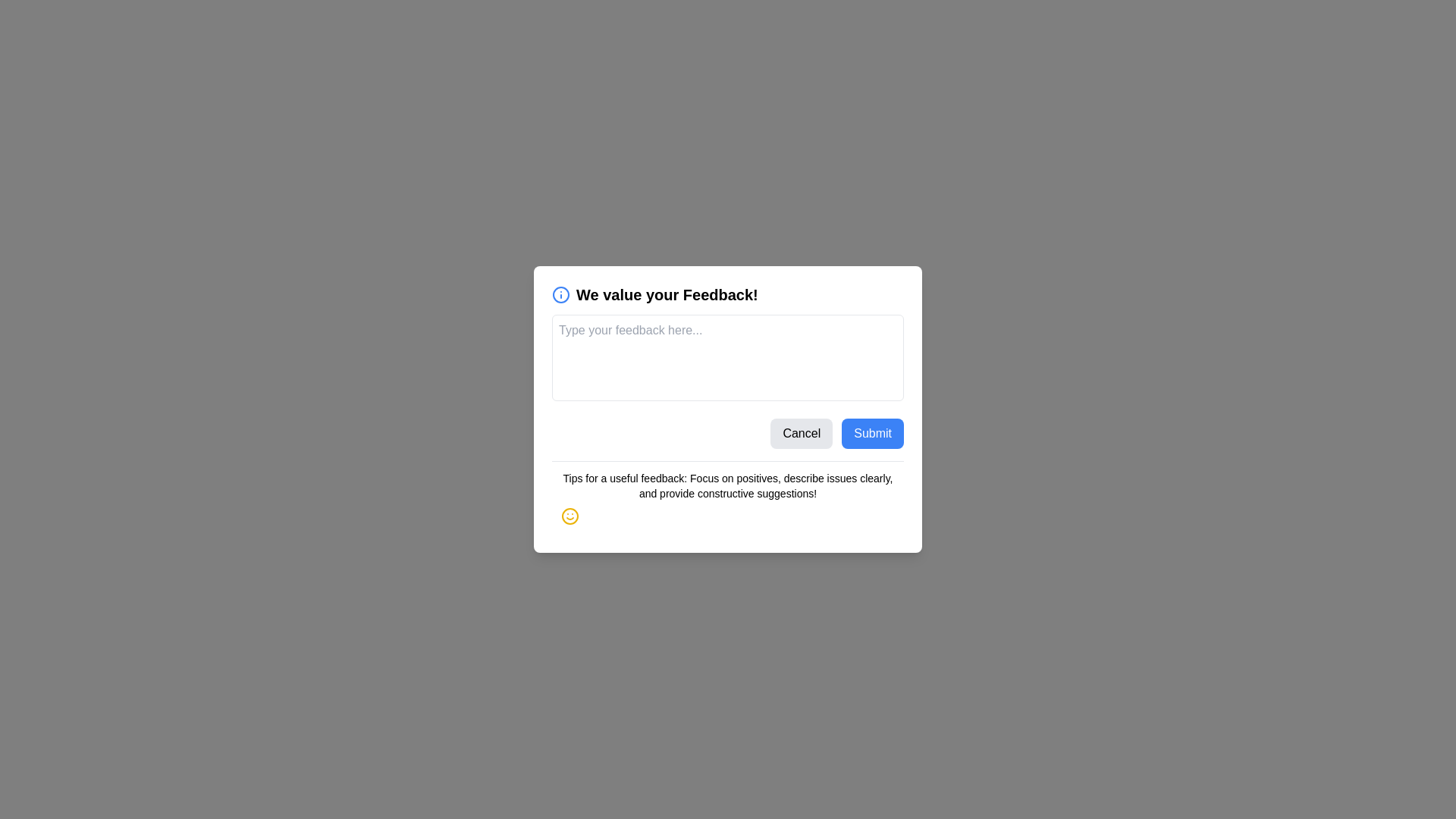 The image size is (1456, 819). I want to click on the 'Cancel' button to close the form, so click(800, 433).